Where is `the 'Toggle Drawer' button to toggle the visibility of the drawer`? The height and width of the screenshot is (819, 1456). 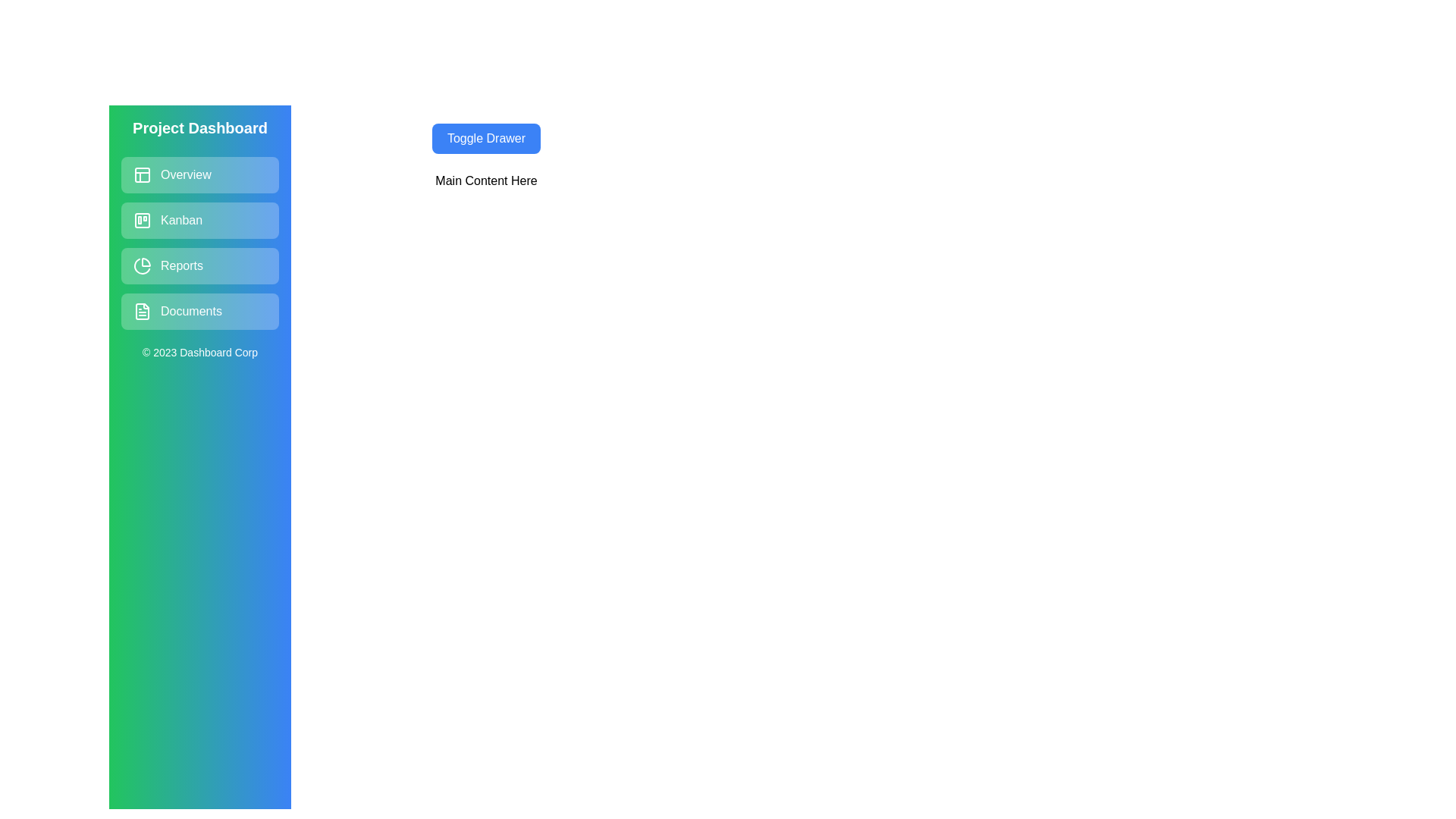
the 'Toggle Drawer' button to toggle the visibility of the drawer is located at coordinates (486, 138).